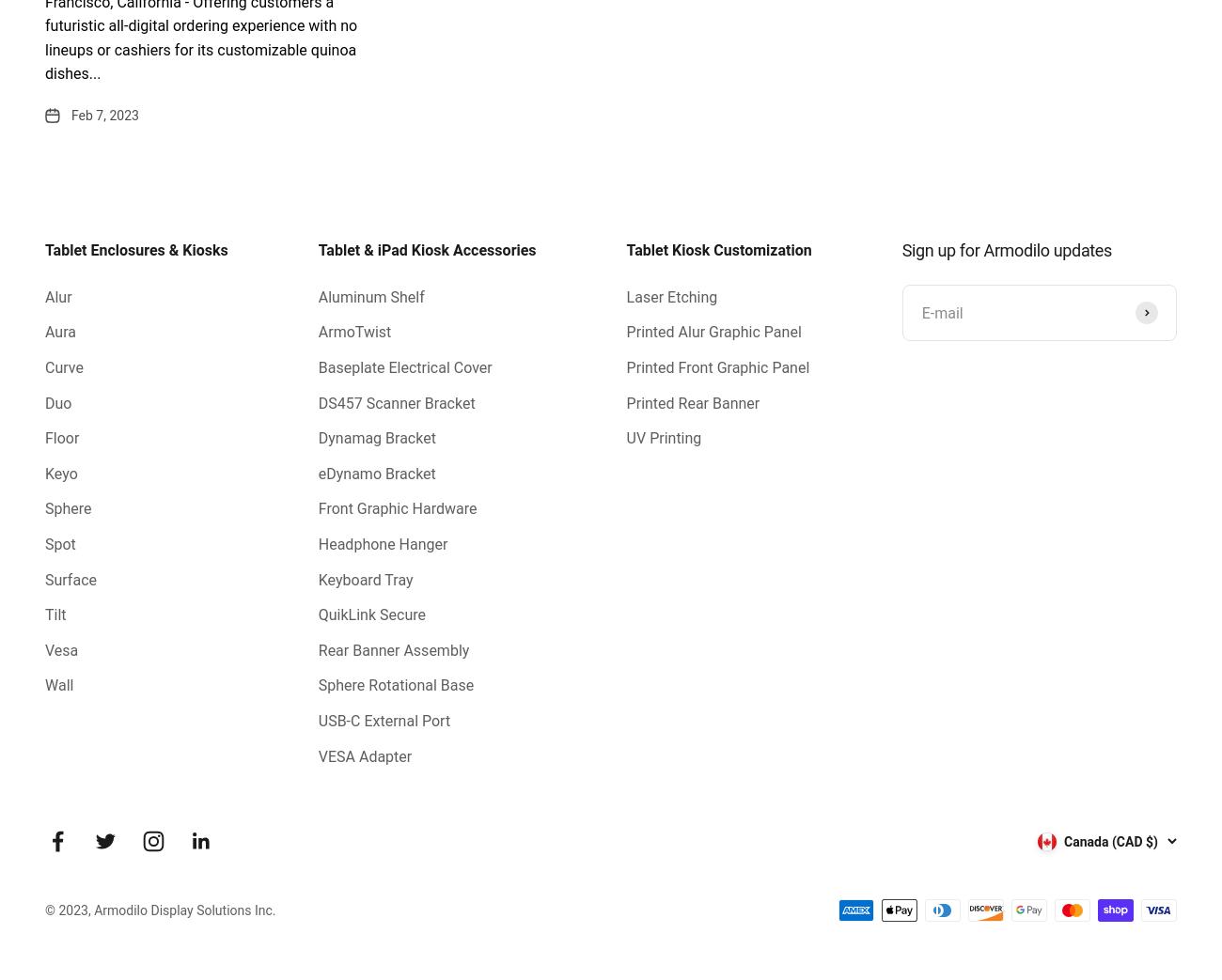 This screenshot has width=1222, height=980. Describe the element at coordinates (317, 331) in the screenshot. I see `'ArmoTwist'` at that location.